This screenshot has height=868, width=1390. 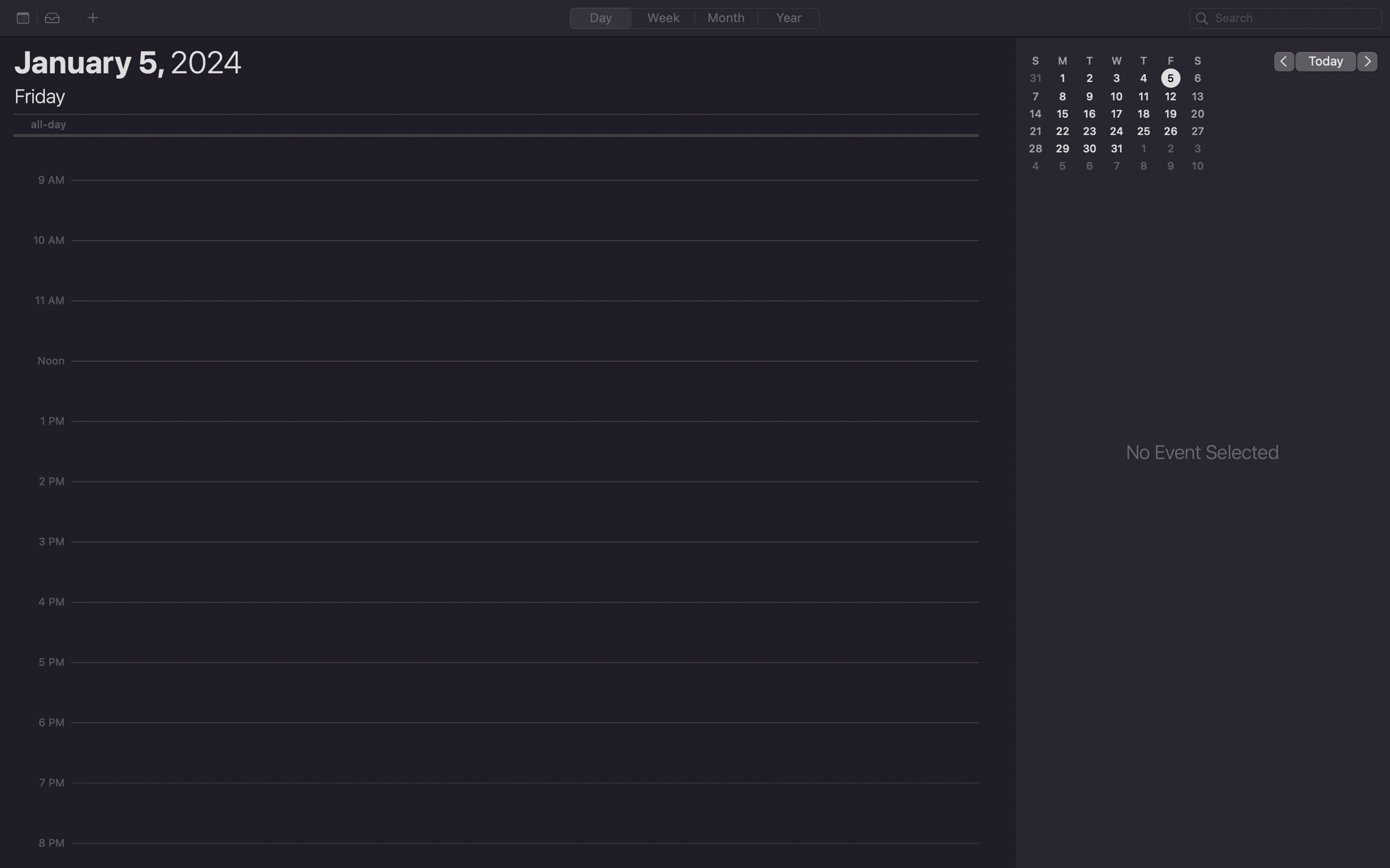 I want to click on Check the weekly calendar tab, so click(x=663, y=17).